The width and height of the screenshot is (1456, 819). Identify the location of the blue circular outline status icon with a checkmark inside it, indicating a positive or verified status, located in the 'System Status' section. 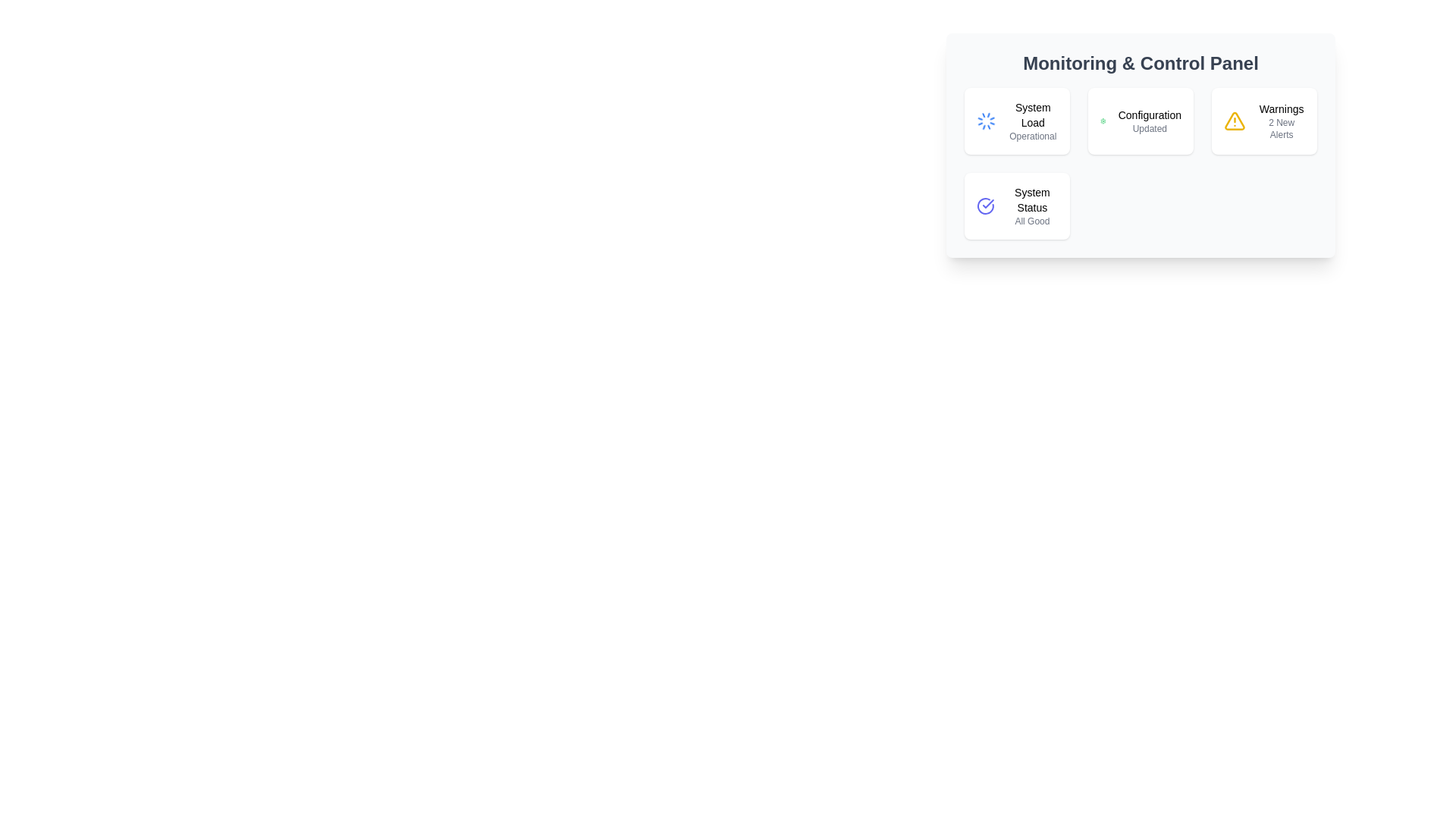
(985, 206).